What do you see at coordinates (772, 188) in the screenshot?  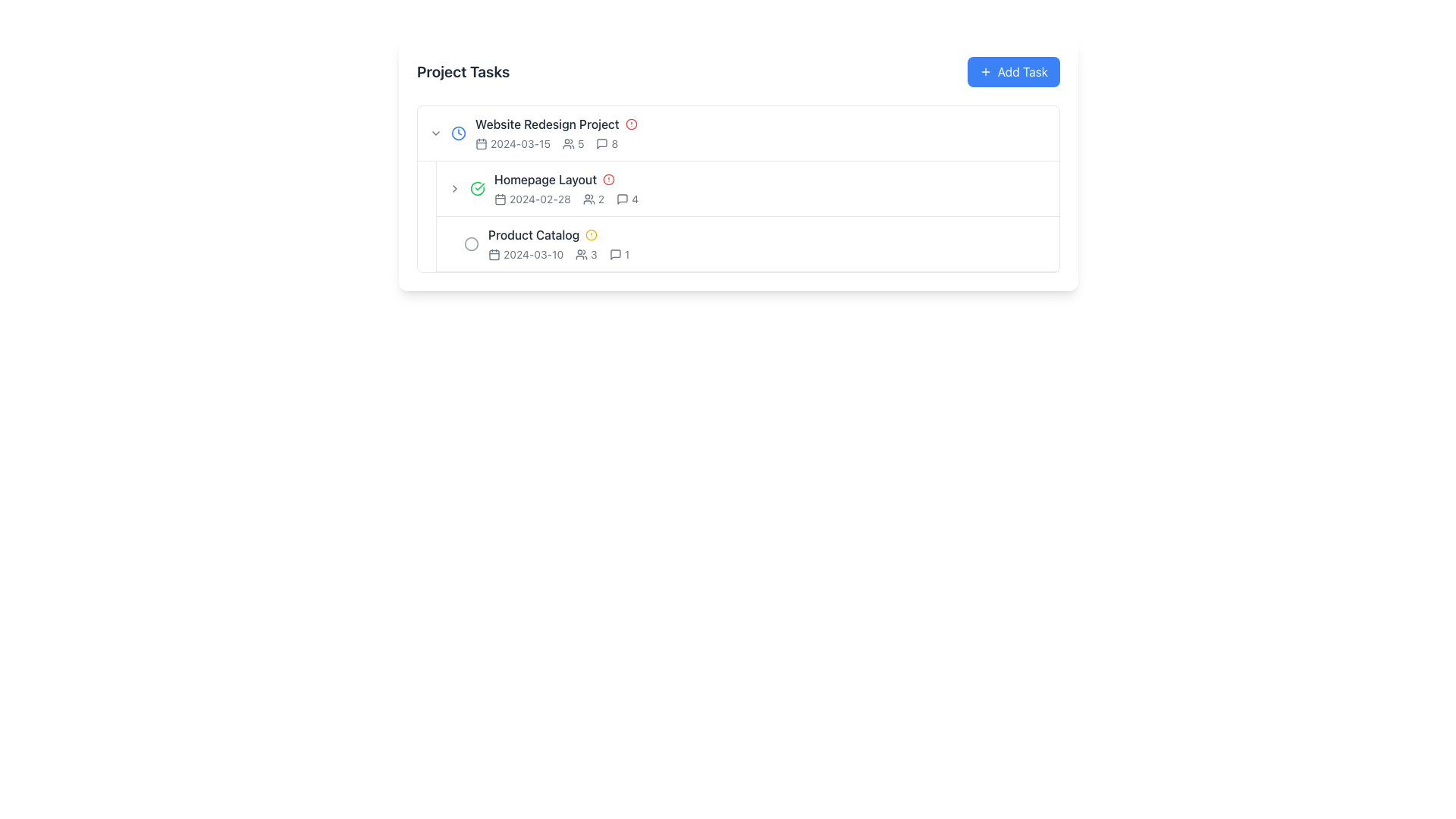 I see `the second task item labeled 'Homepage Layout' to focus or expand its details` at bounding box center [772, 188].